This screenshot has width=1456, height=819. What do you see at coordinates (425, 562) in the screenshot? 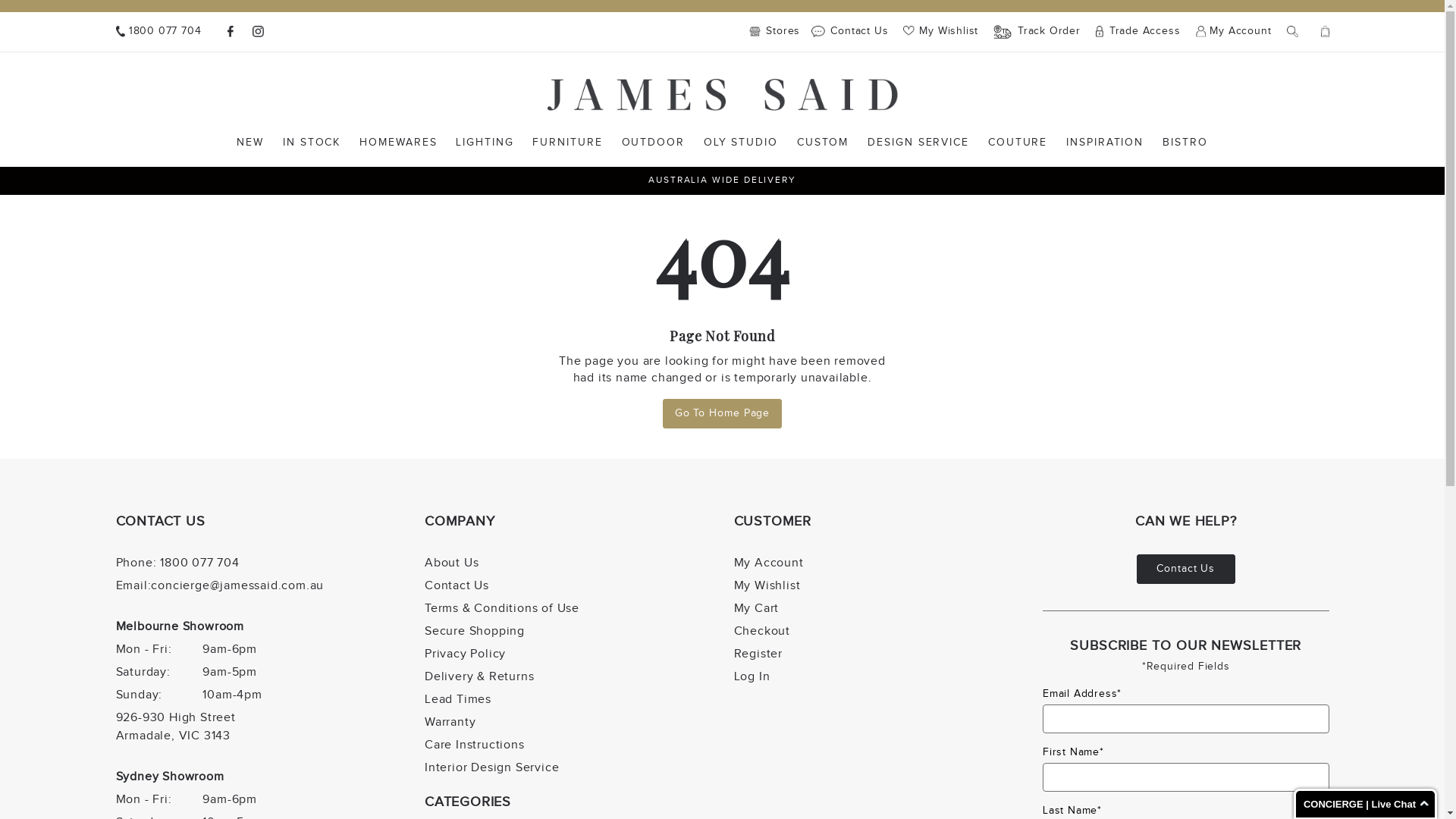
I see `'About Us'` at bounding box center [425, 562].